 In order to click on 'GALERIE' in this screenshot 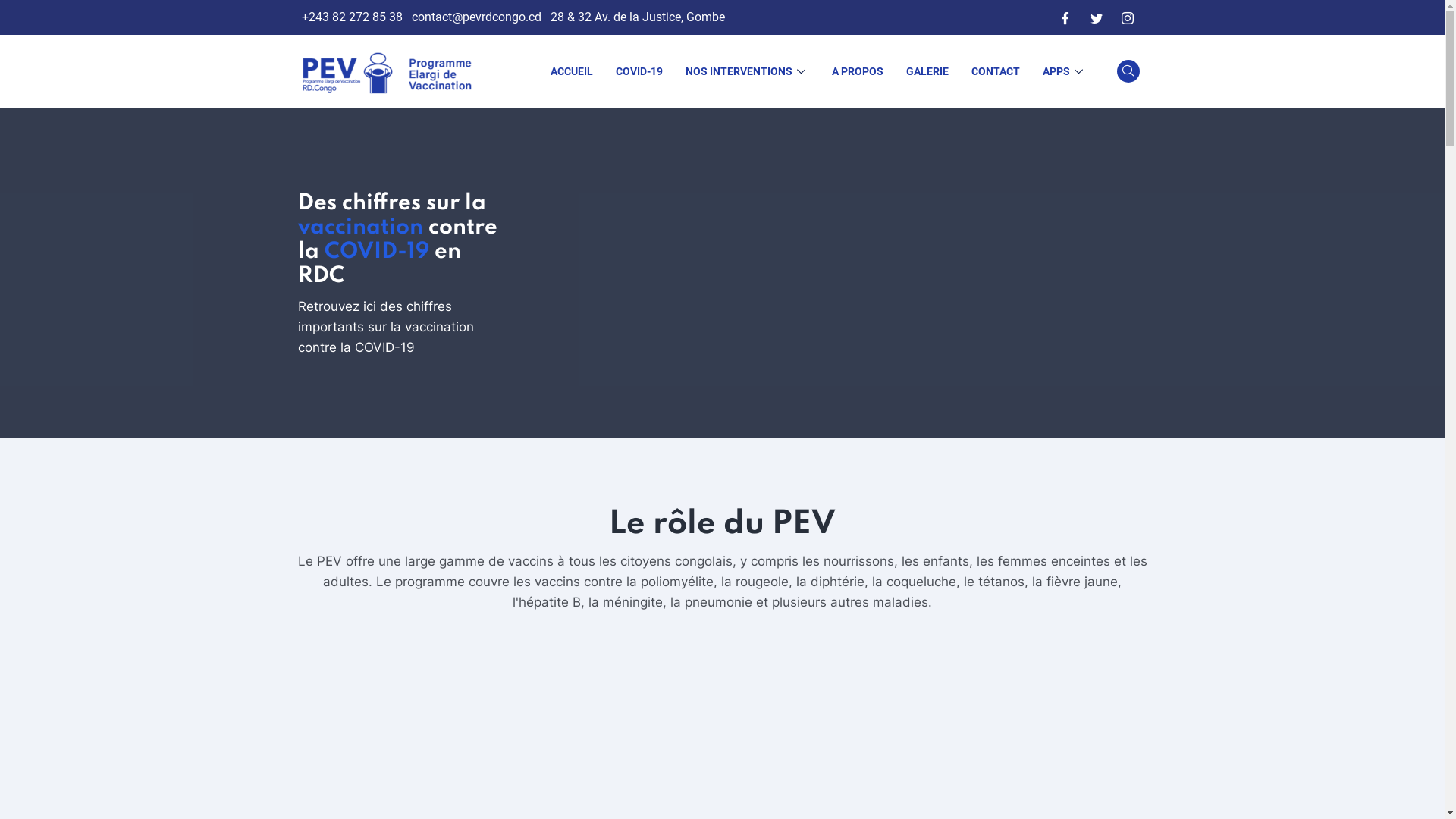, I will do `click(927, 71)`.